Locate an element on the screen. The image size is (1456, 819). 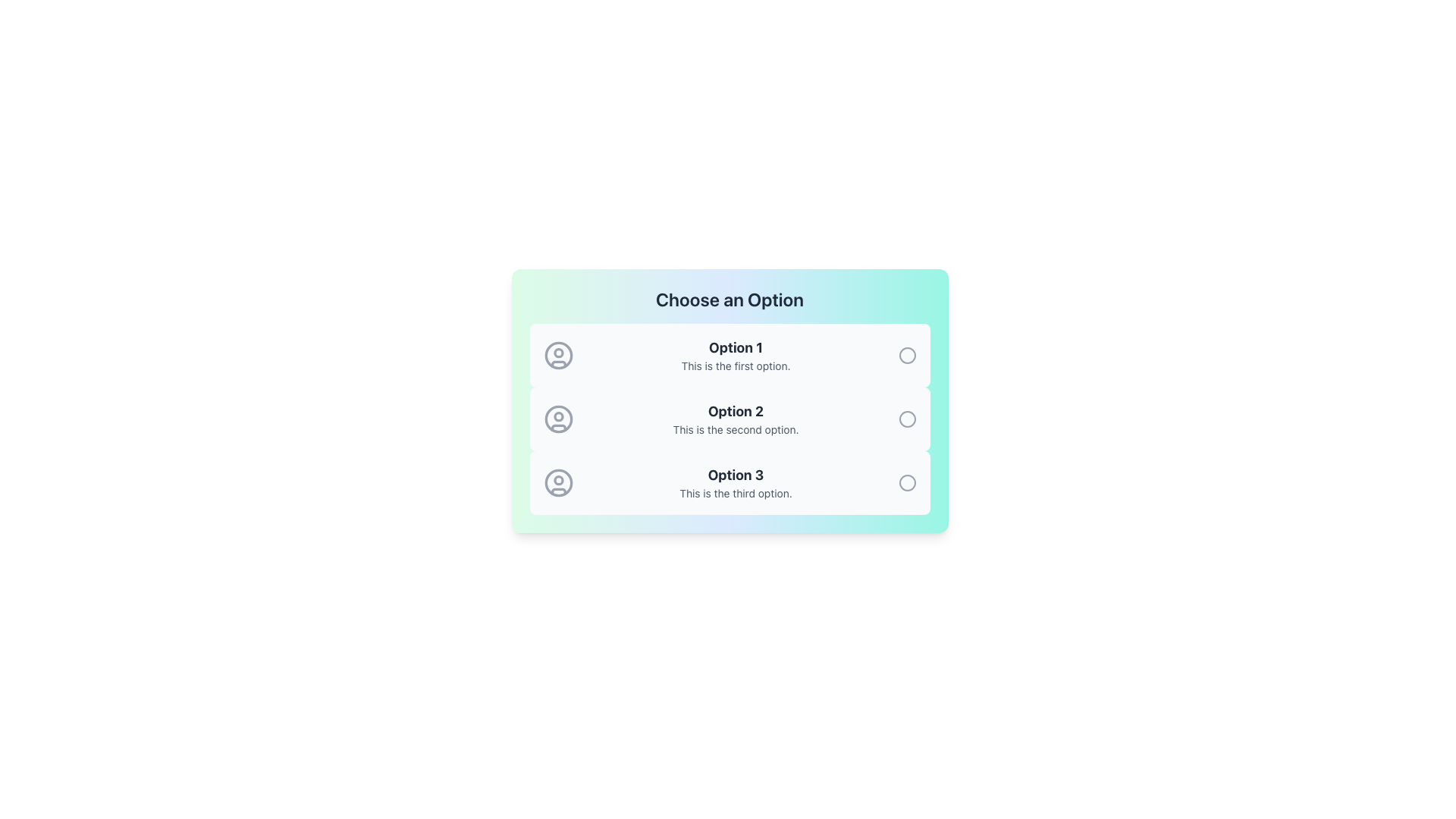
the text label titled 'Option 1' which contains the description 'This is the first option.' is located at coordinates (736, 356).